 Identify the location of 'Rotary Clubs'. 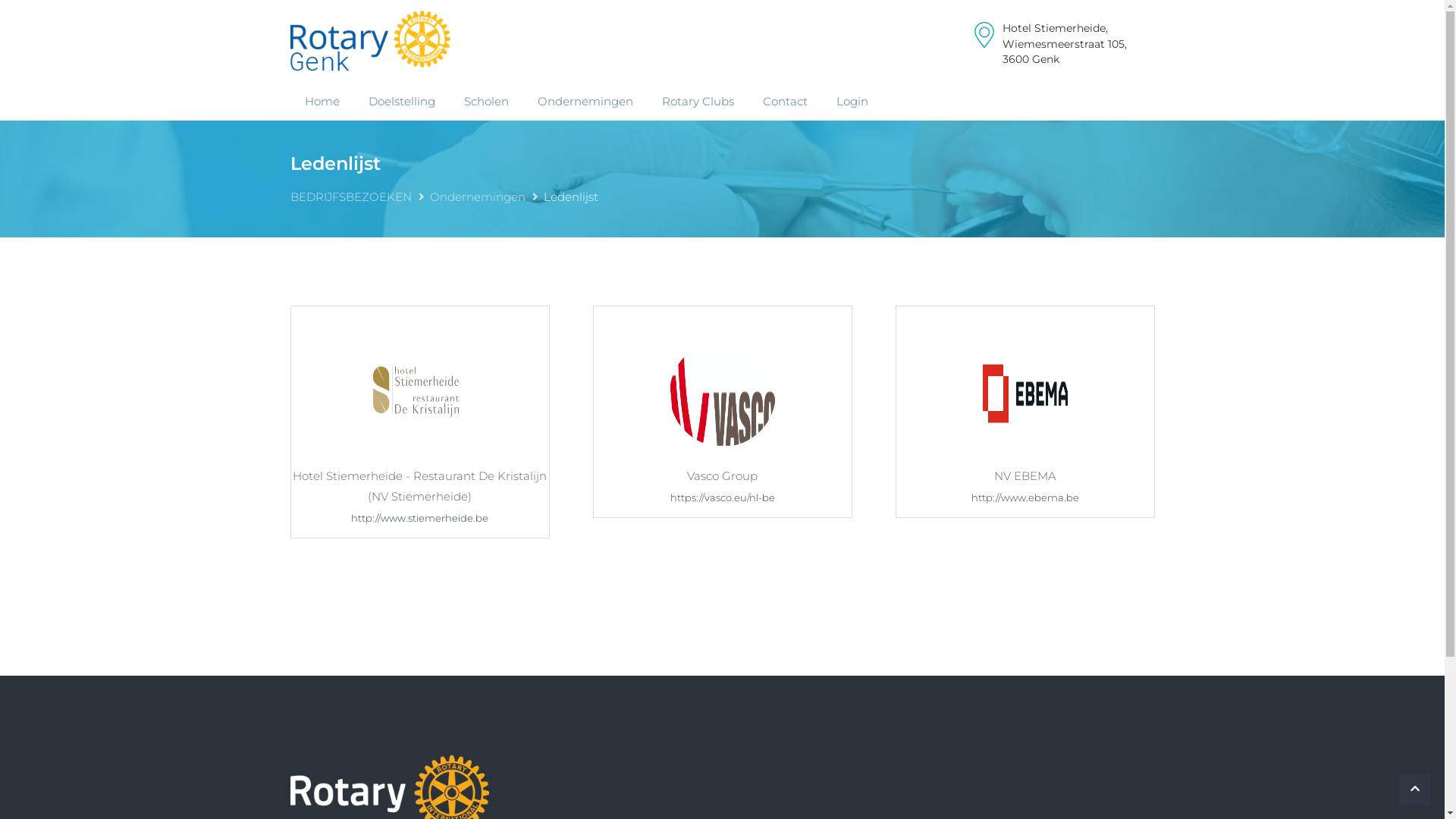
(697, 101).